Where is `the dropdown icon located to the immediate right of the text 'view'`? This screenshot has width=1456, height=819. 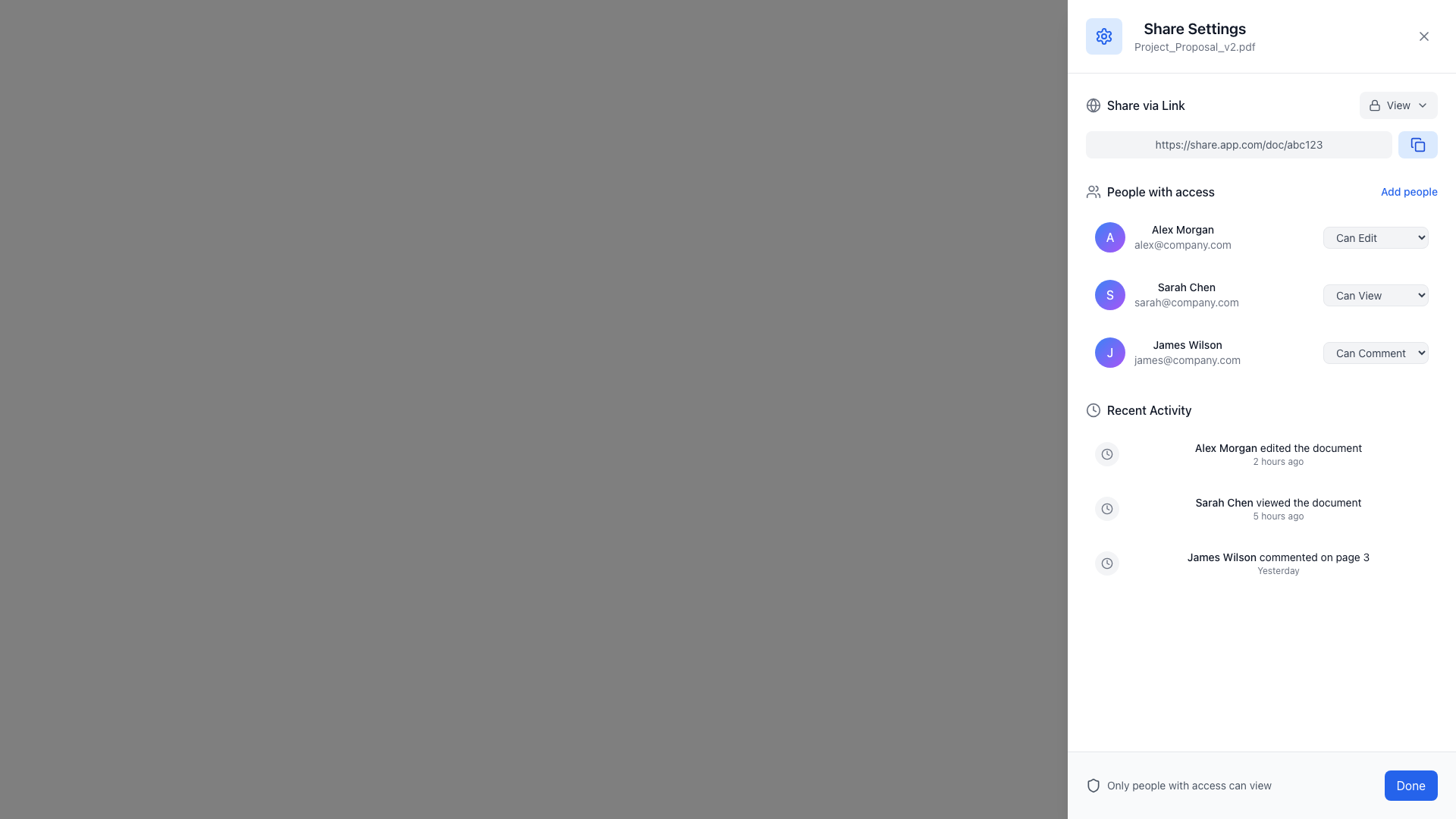 the dropdown icon located to the immediate right of the text 'view' is located at coordinates (1422, 104).